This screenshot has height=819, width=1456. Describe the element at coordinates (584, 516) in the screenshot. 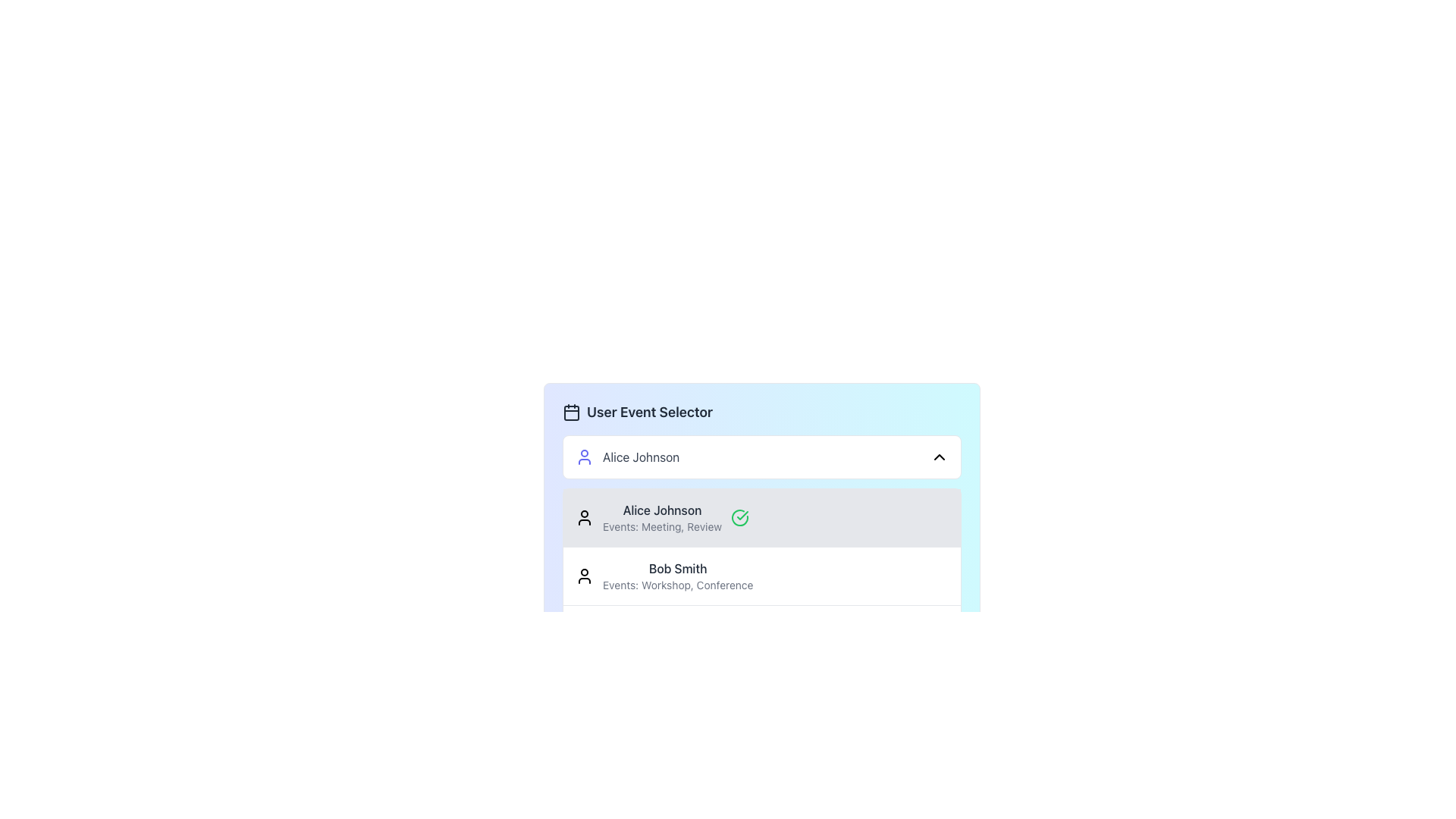

I see `the green circular checkmark icon located to the right of the second row in the user event list interface, which represents the user 'Alice Johnson'` at that location.